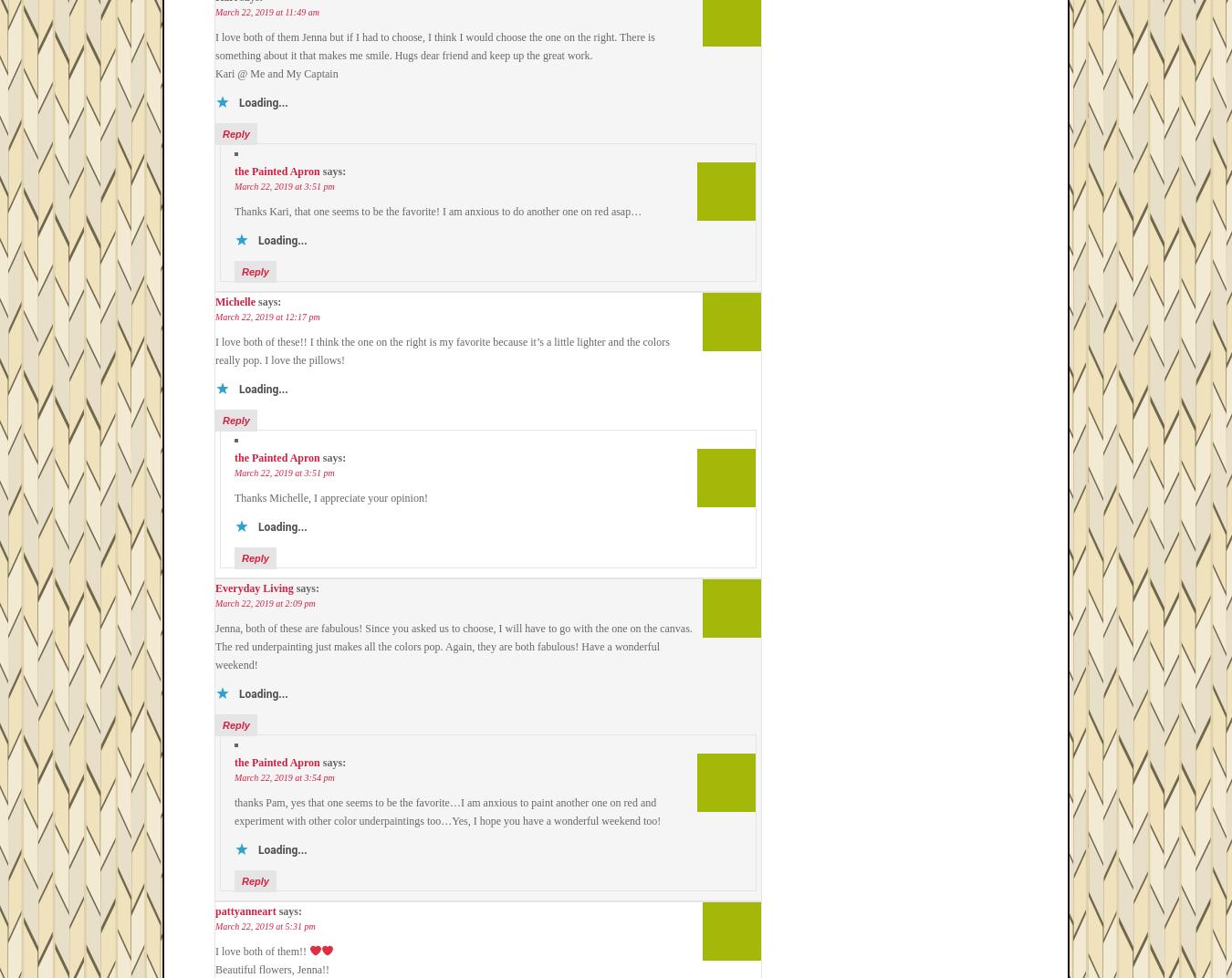  I want to click on 'March 22, 2019 at 3:54 pm', so click(283, 776).